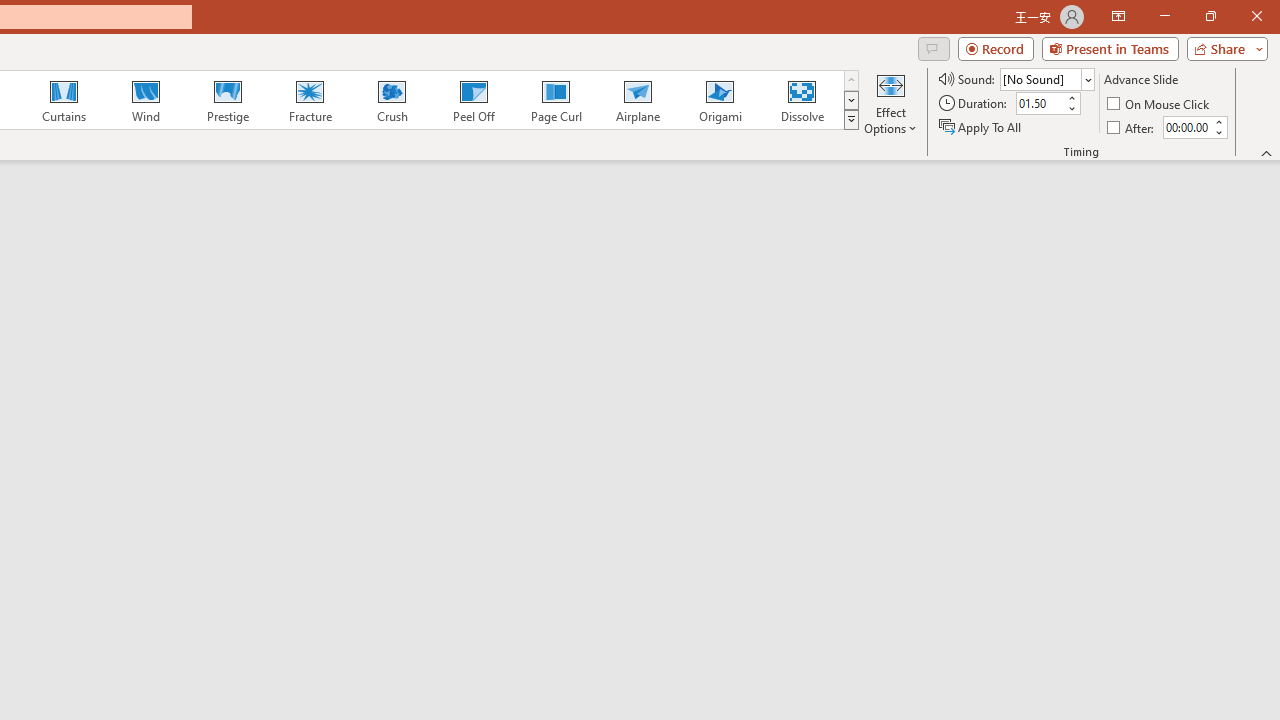 Image resolution: width=1280 pixels, height=720 pixels. Describe the element at coordinates (851, 120) in the screenshot. I see `'Transition Effects'` at that location.